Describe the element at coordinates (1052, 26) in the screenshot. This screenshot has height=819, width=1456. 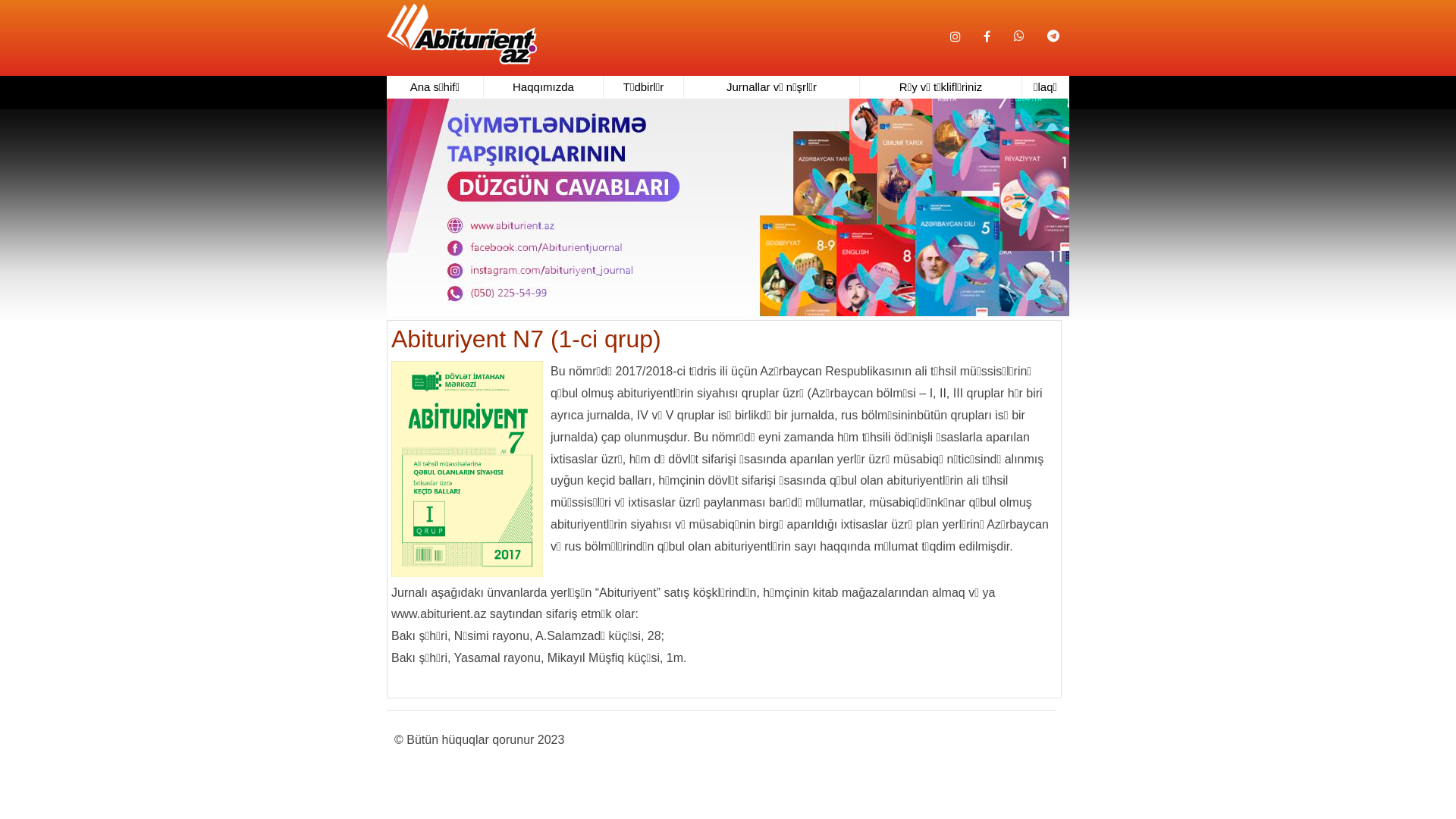
I see `'Telegram'` at that location.